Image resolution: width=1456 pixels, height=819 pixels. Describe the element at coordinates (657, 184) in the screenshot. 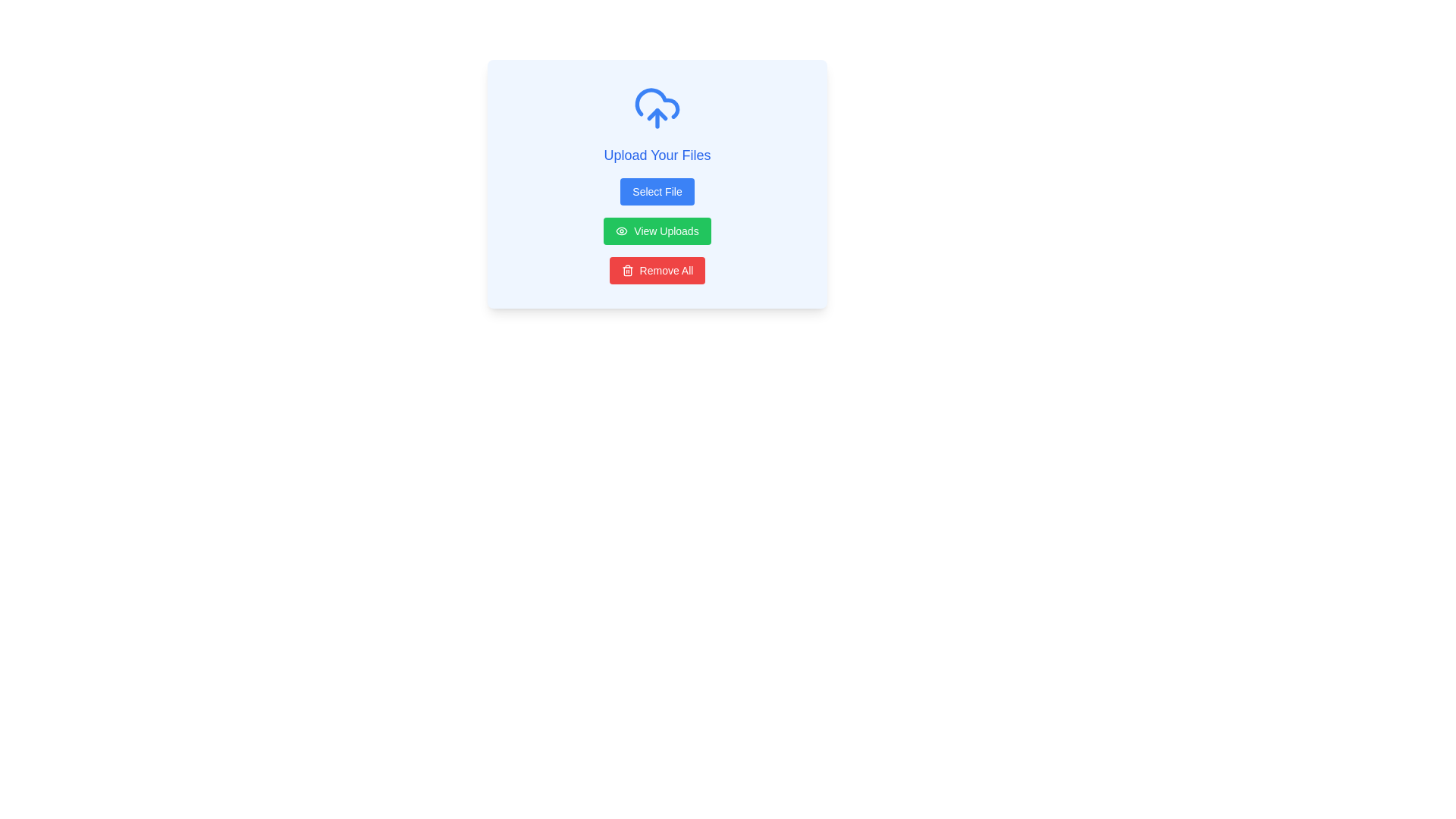

I see `the rectangular button with a blue background and white text that reads 'Select File'` at that location.